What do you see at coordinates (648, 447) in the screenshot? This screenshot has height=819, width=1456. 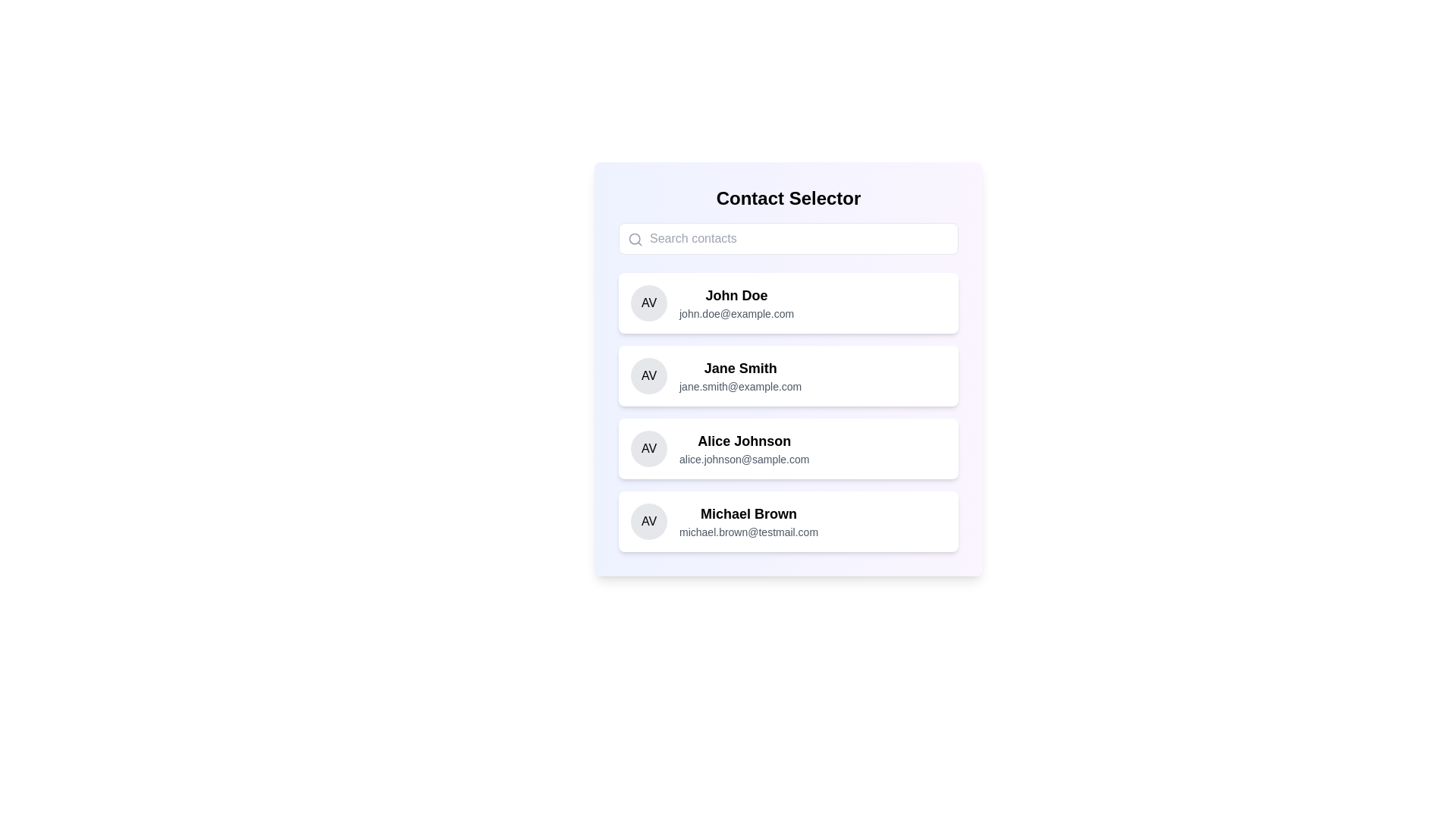 I see `the Profile Avatar Placeholder, which is a circular avatar with a gray background and 'AV' in bold black text, located to the left of the 'Alice Johnson' contact entry` at bounding box center [648, 447].